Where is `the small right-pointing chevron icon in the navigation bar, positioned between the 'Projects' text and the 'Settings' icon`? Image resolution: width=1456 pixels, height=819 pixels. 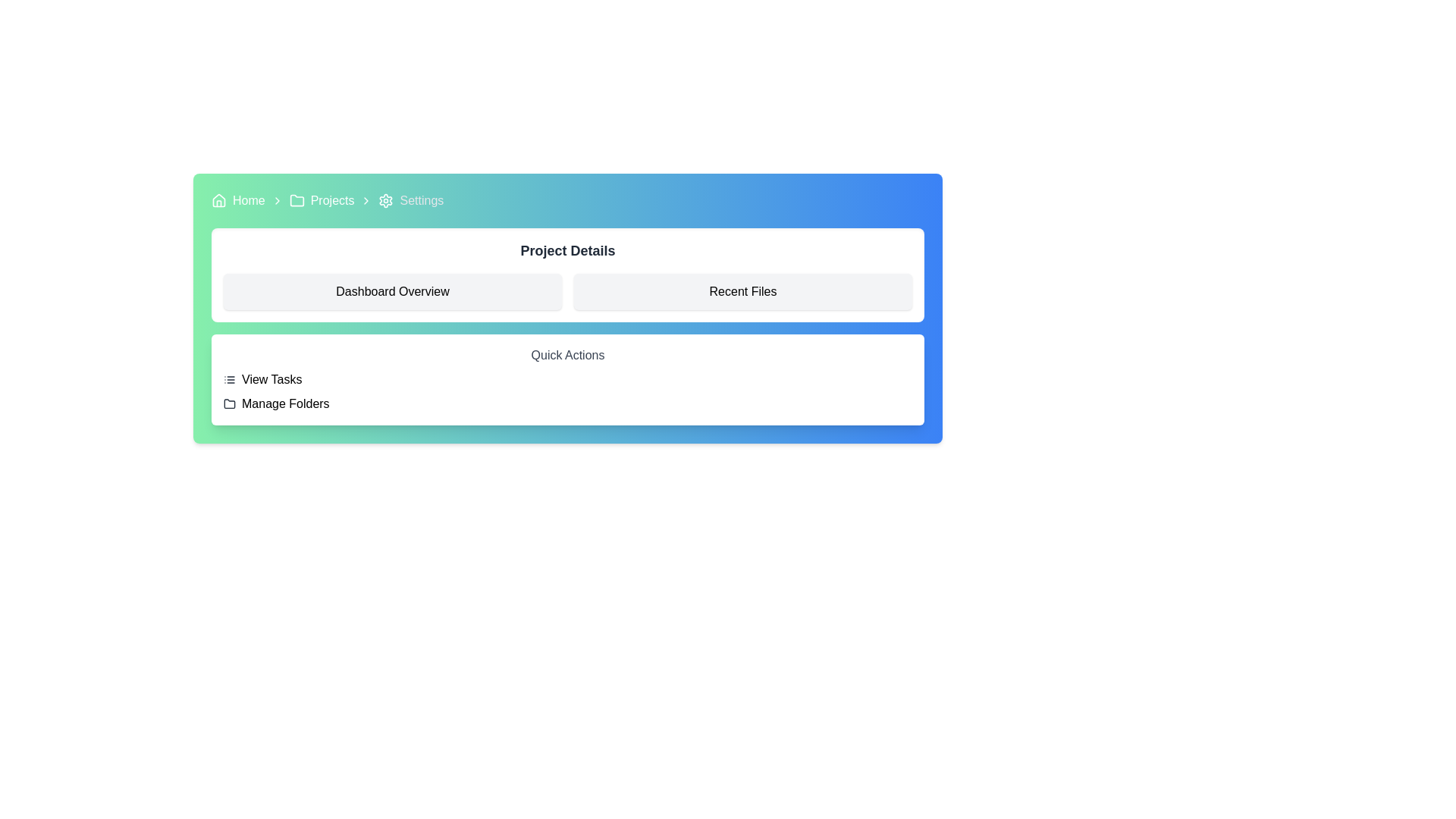 the small right-pointing chevron icon in the navigation bar, positioned between the 'Projects' text and the 'Settings' icon is located at coordinates (366, 200).